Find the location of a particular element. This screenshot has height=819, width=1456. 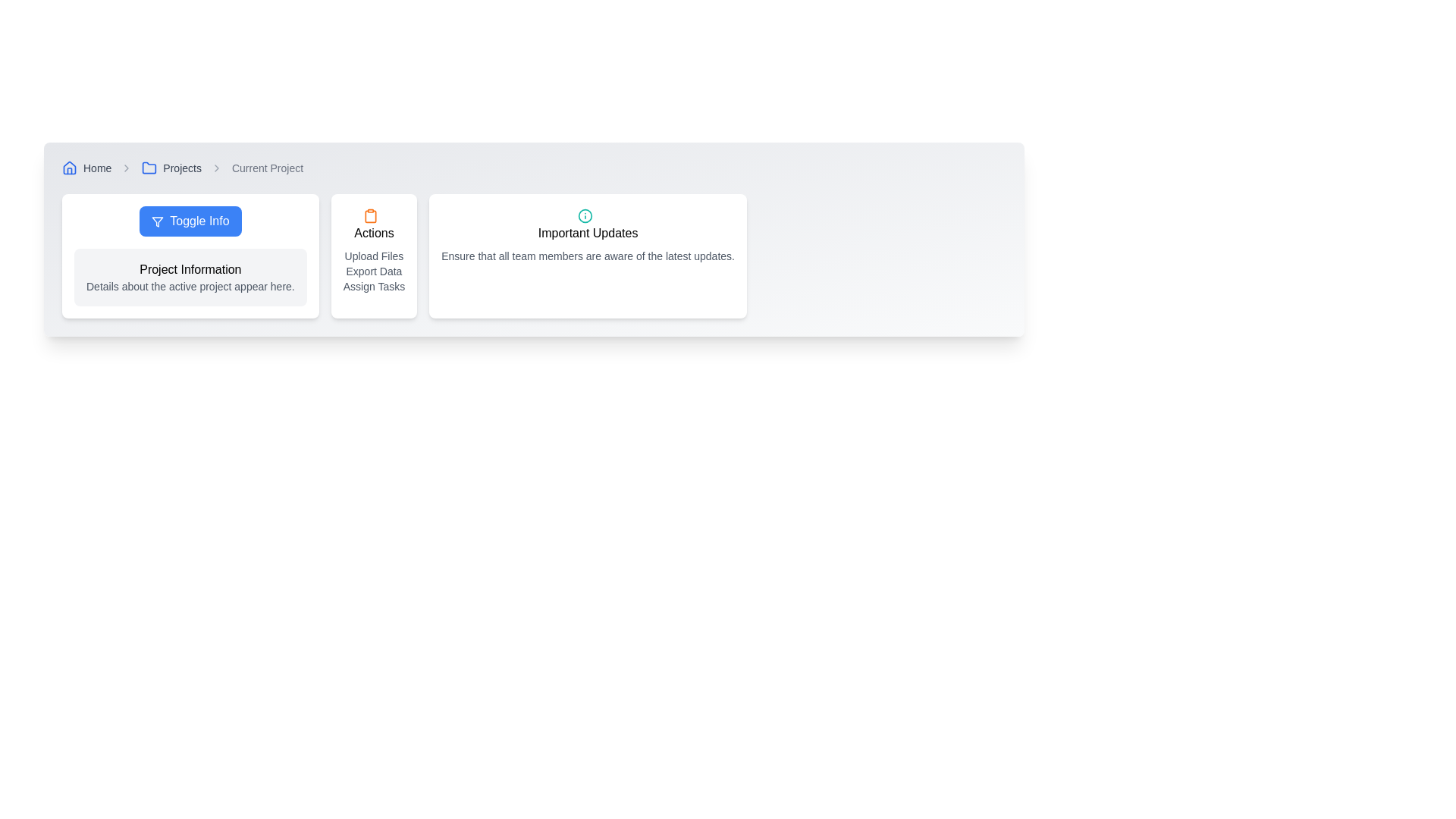

the 'Upload Files' text label, which is the first option in the vertical list of actions under the 'Actions' section is located at coordinates (374, 256).